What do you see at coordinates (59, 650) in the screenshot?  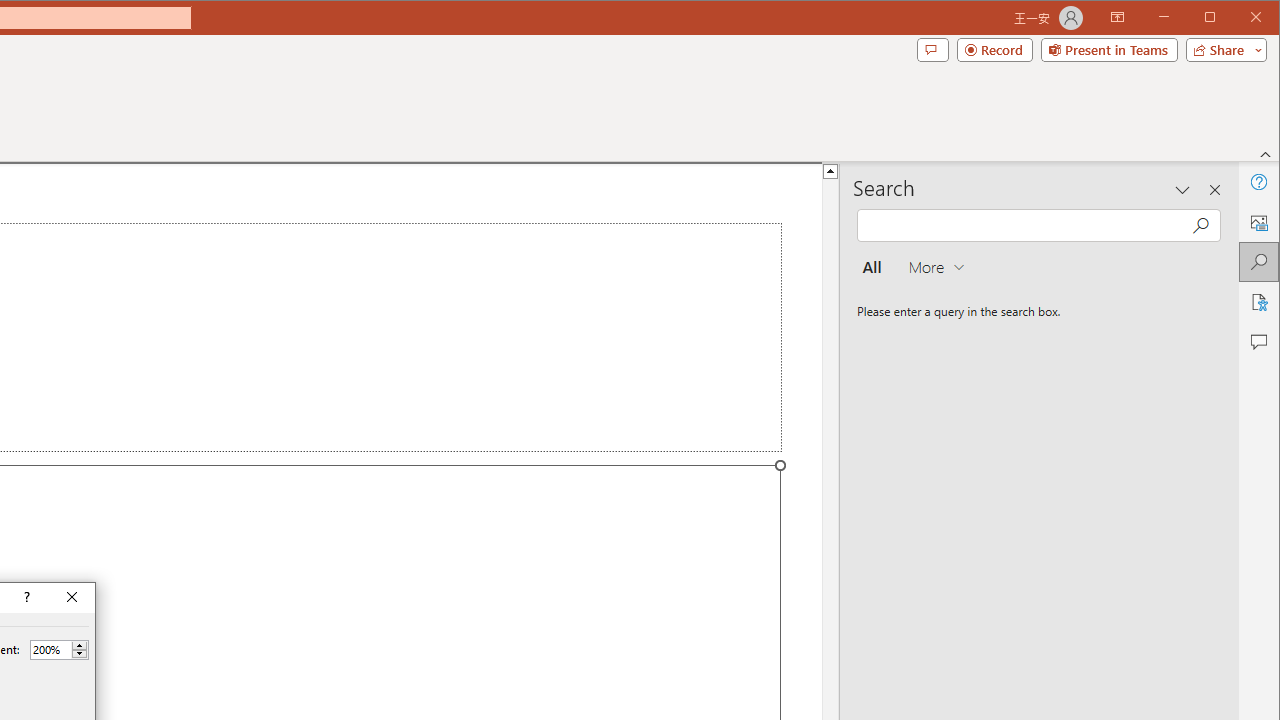 I see `'Percent'` at bounding box center [59, 650].